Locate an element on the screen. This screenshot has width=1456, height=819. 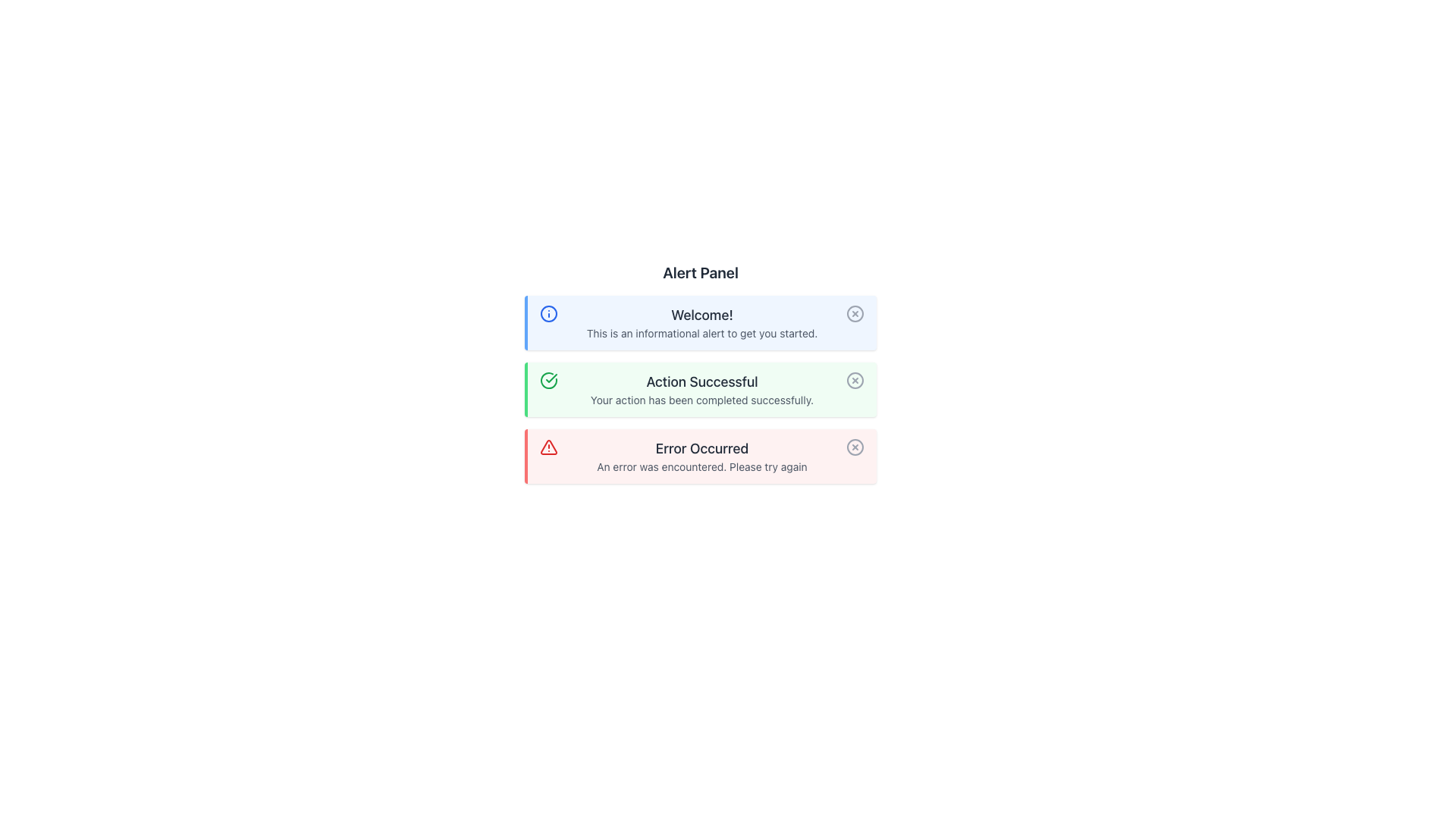
notification text displayed in the bottom-most red alert box, which informs the user about an error that has occurred in the application is located at coordinates (701, 455).